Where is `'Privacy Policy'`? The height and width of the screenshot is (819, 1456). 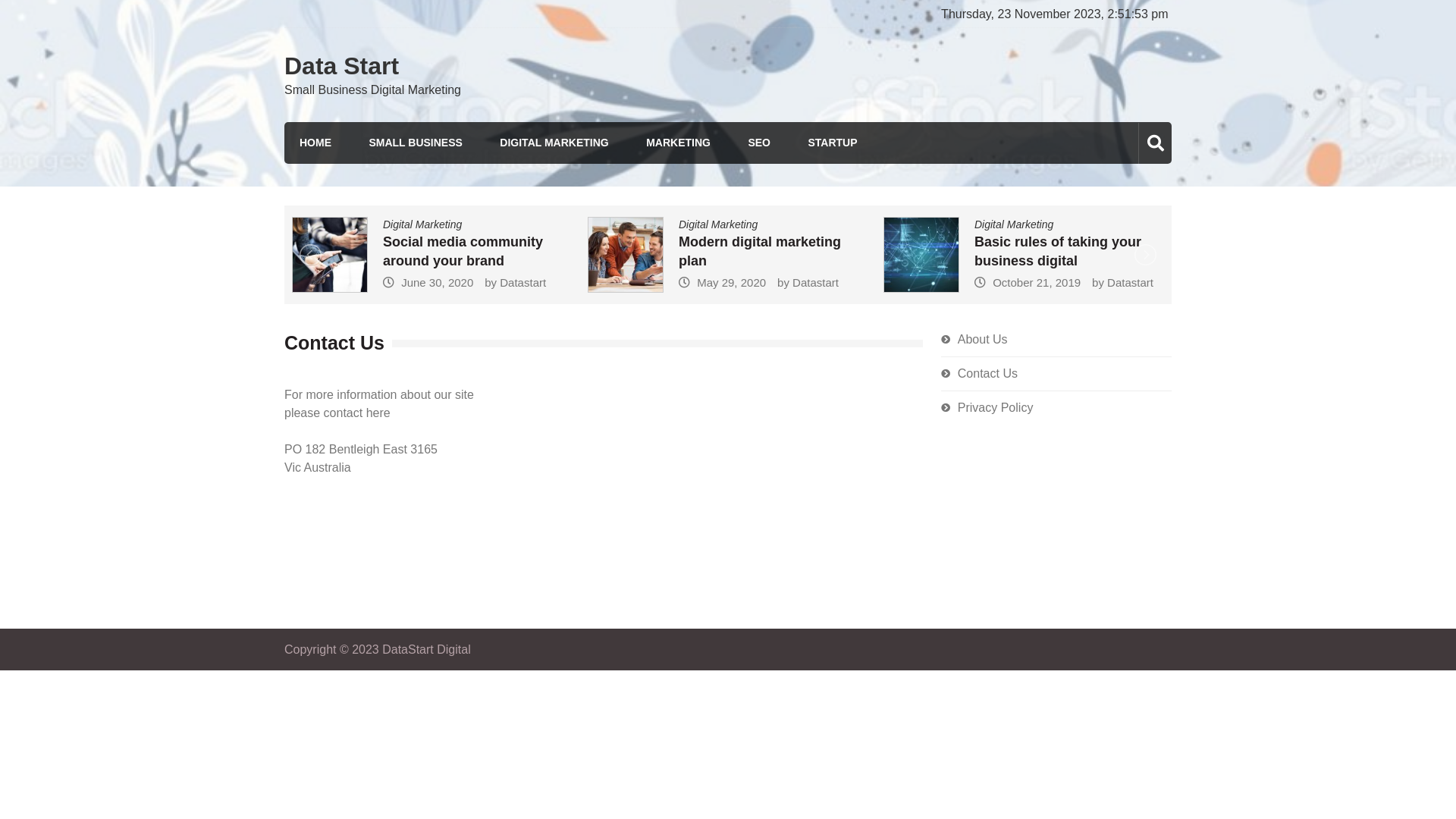
'Privacy Policy' is located at coordinates (996, 406).